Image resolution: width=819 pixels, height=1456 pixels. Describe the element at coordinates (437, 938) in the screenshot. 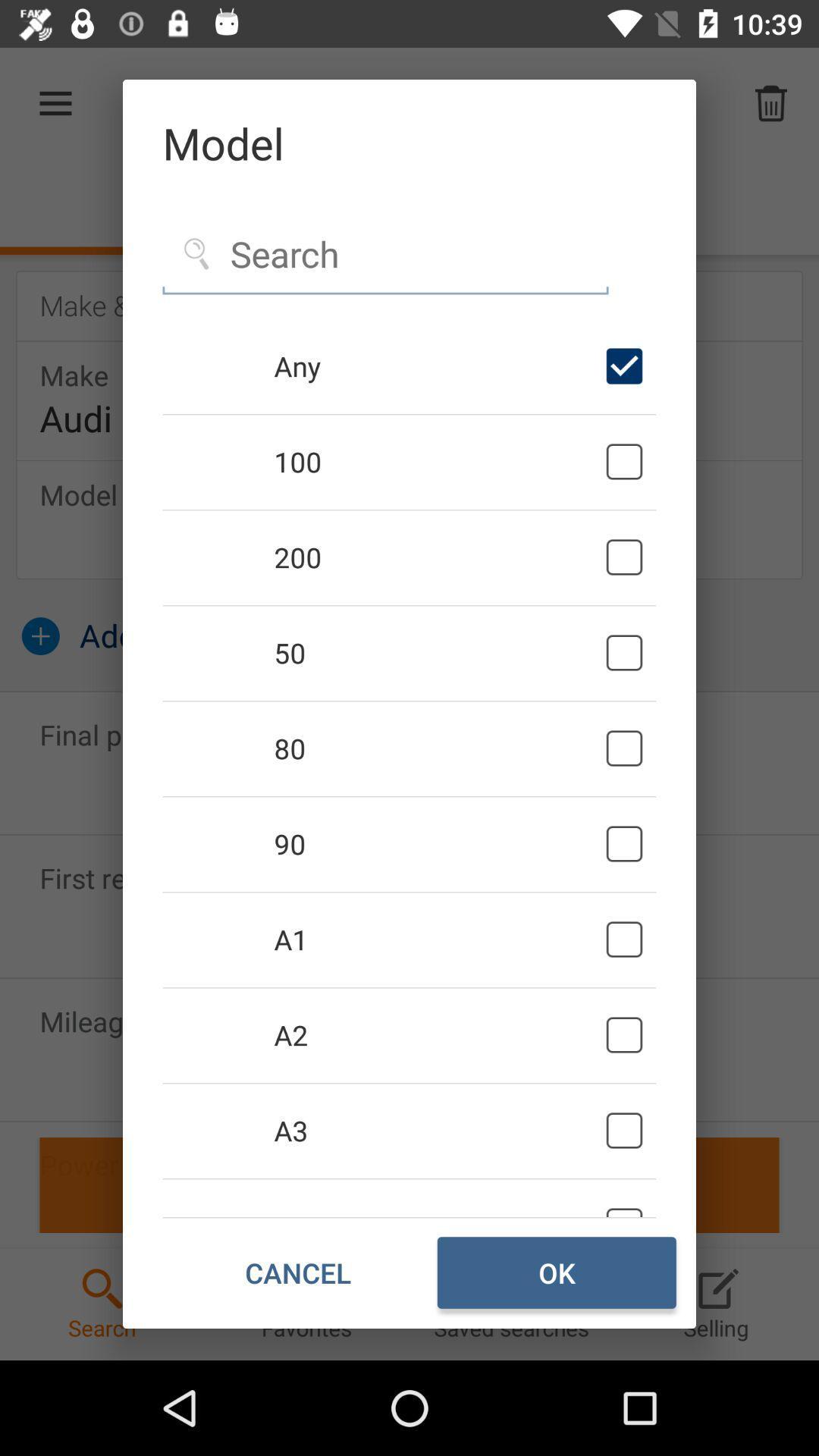

I see `the icon below 90 icon` at that location.